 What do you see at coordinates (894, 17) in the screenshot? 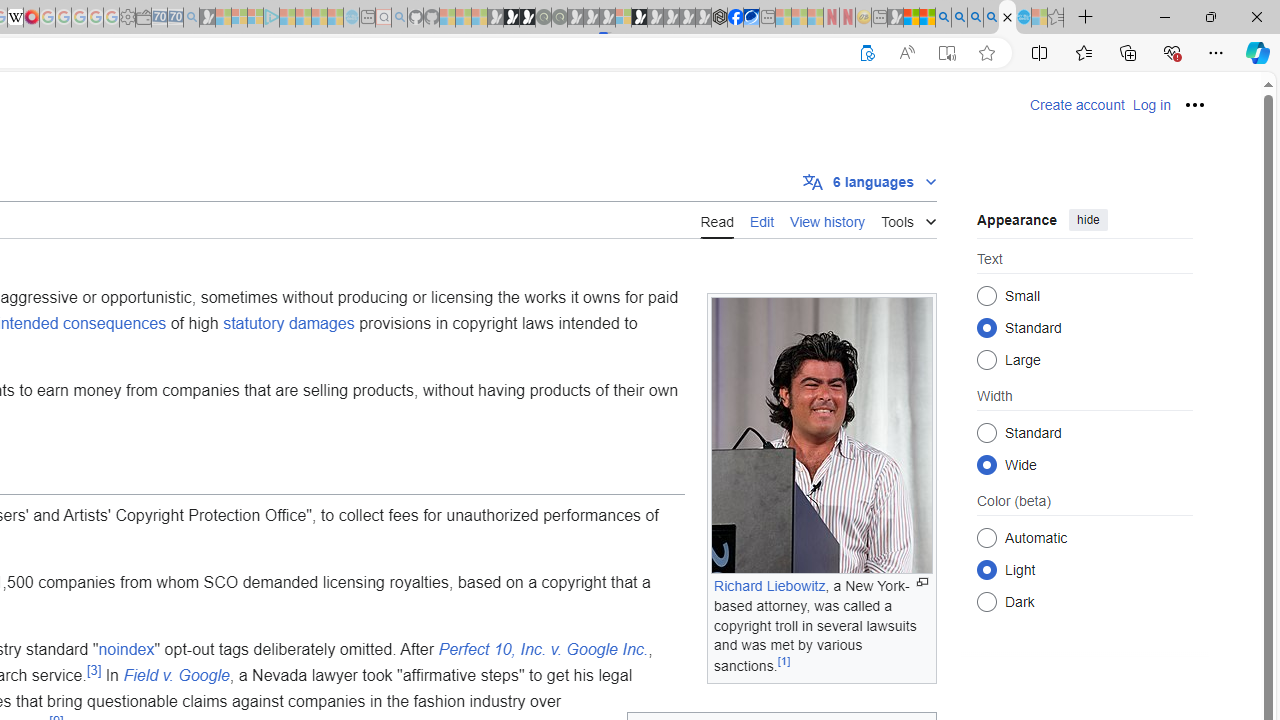
I see `'MSN - Sleeping'` at bounding box center [894, 17].